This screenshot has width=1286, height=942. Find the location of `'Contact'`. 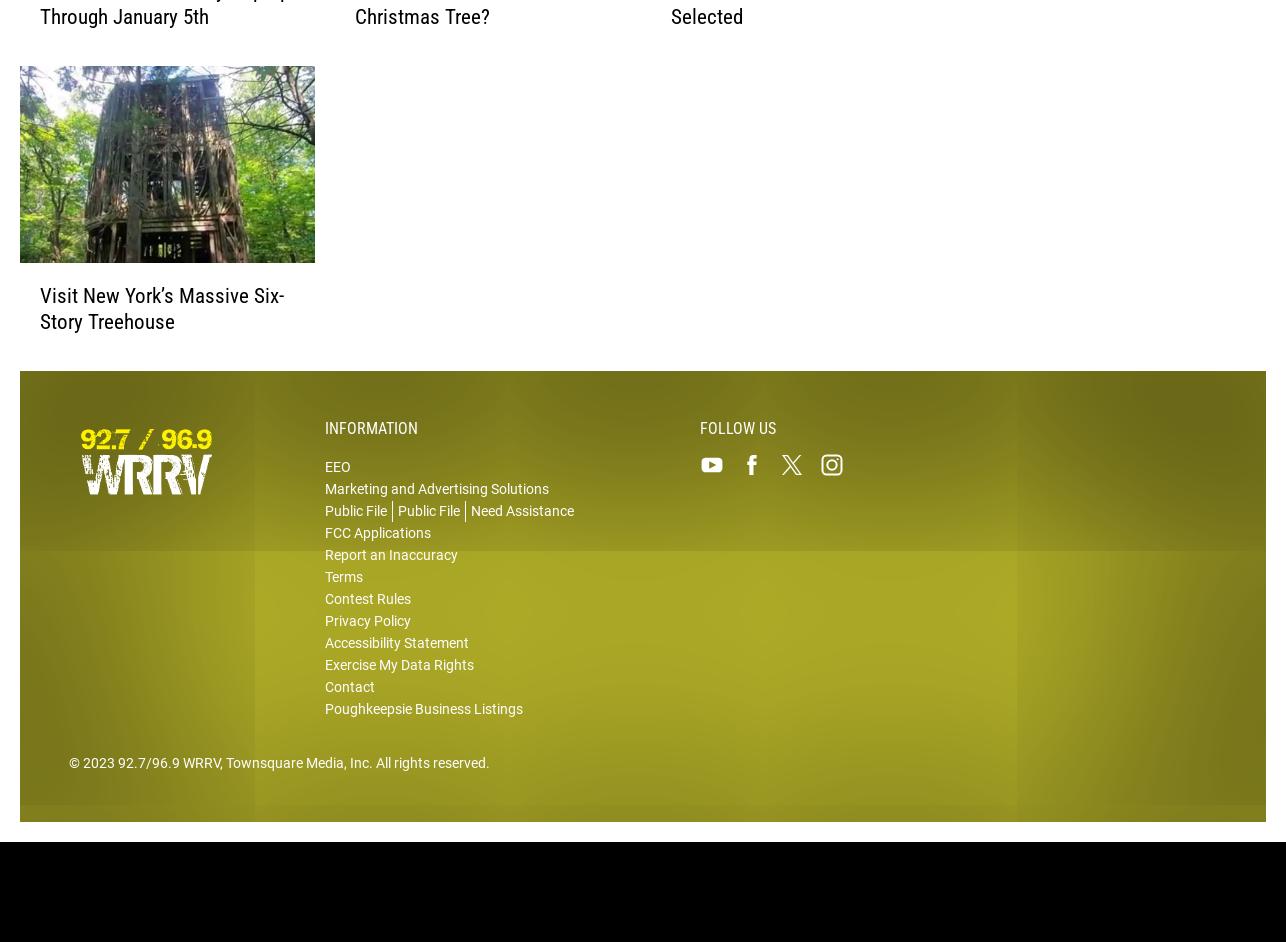

'Contact' is located at coordinates (349, 698).